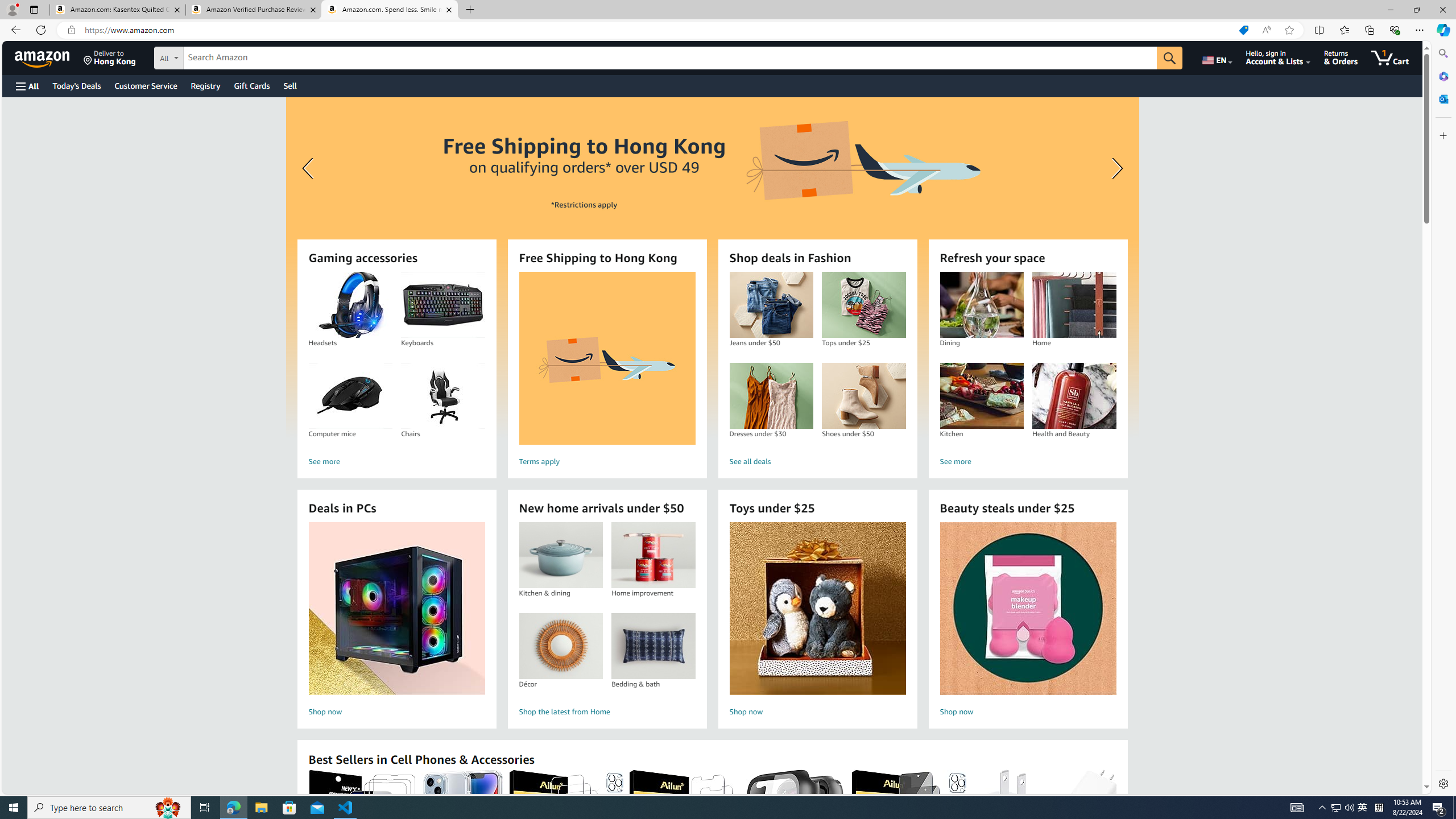  What do you see at coordinates (863, 305) in the screenshot?
I see `'Tops under $25'` at bounding box center [863, 305].